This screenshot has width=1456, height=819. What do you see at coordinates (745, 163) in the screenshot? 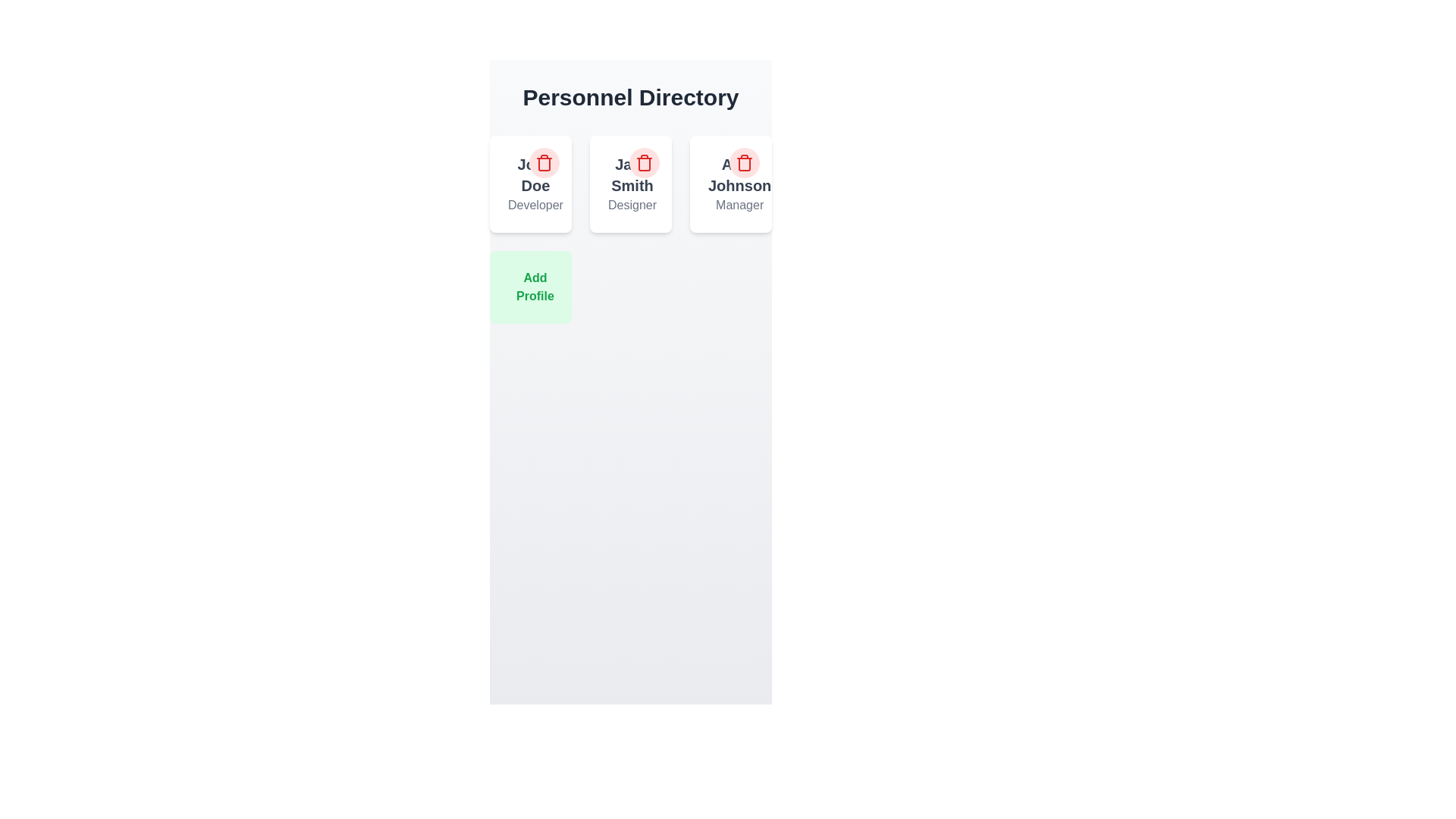
I see `the trash icon button located in the top-right corner of the card displaying information about 'Alice Johnson'` at bounding box center [745, 163].